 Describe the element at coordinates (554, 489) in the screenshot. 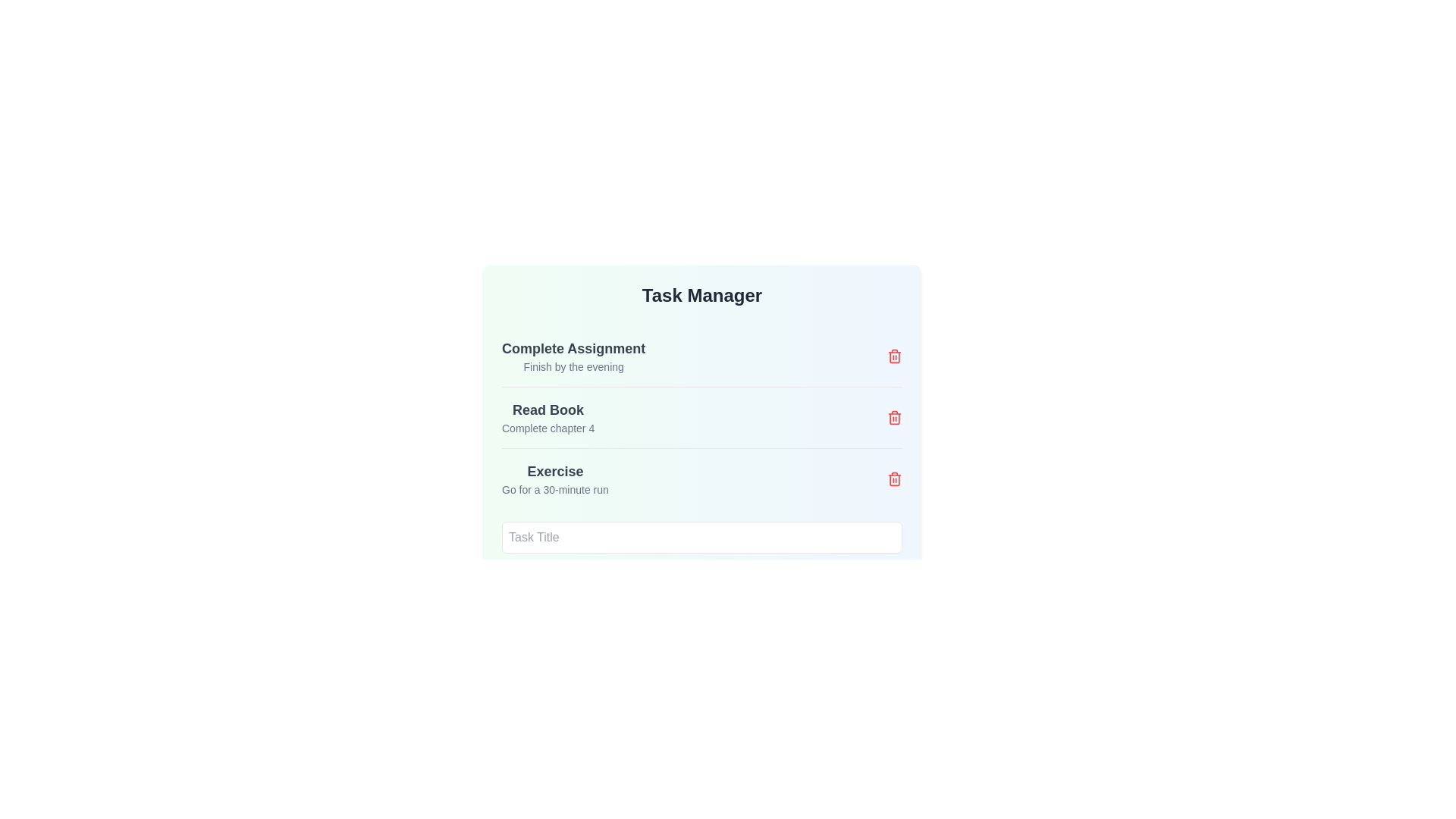

I see `text label that provides additional details for the task titled 'Exercise', located below the heading and aligned to the left` at that location.